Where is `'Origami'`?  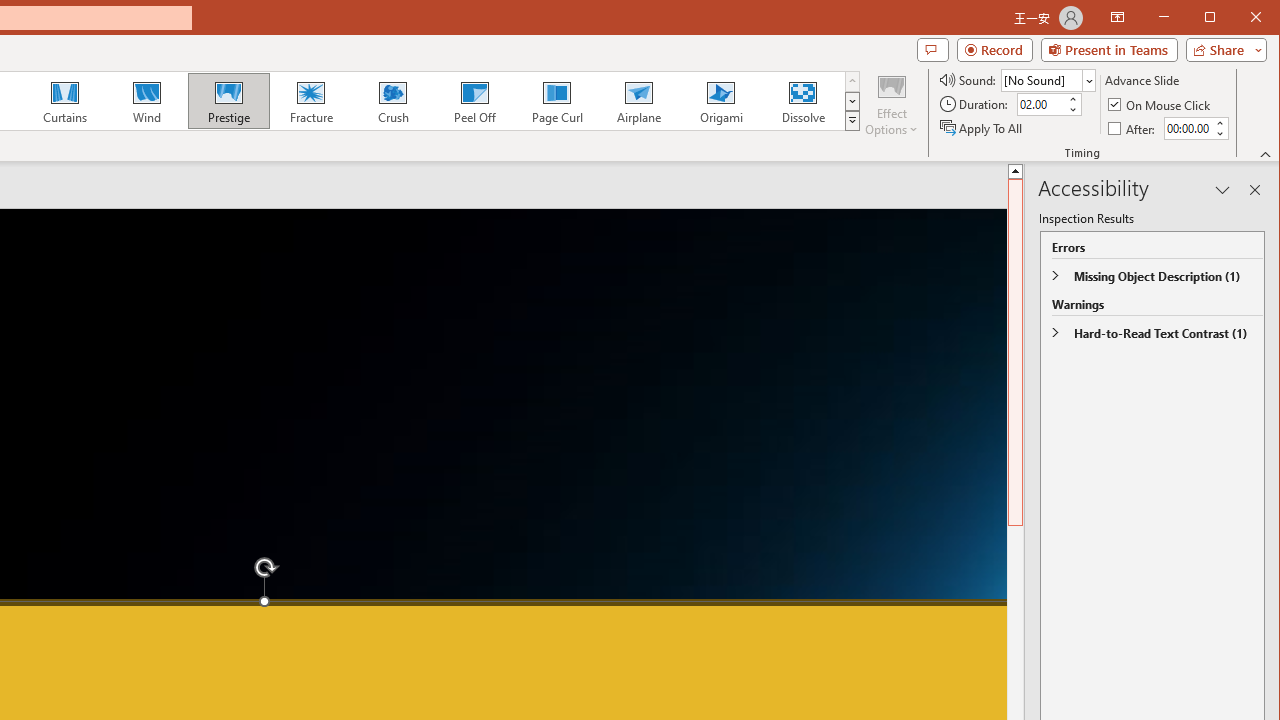 'Origami' is located at coordinates (720, 100).